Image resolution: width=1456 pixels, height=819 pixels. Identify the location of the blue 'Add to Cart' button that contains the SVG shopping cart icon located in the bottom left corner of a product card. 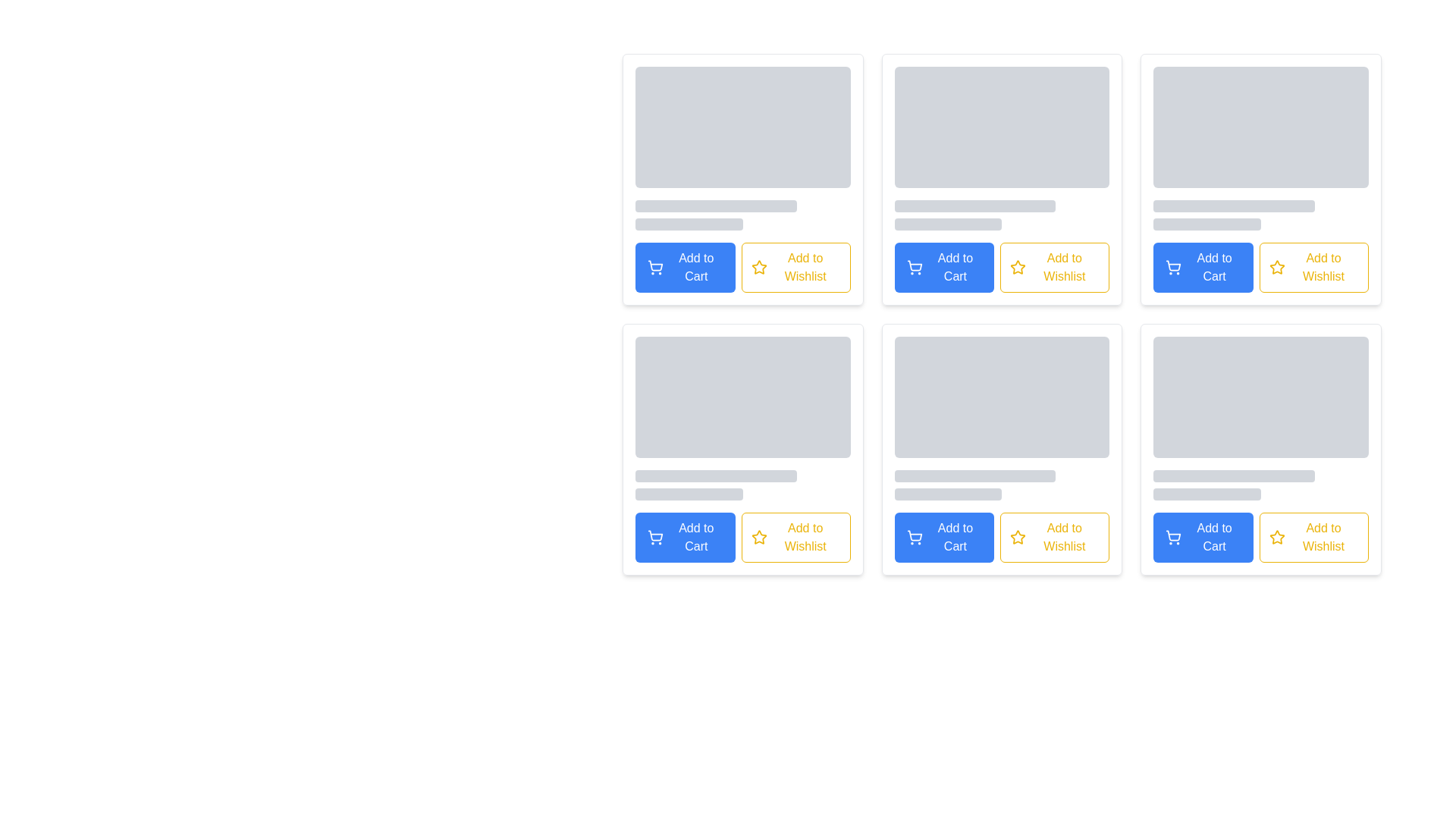
(1172, 265).